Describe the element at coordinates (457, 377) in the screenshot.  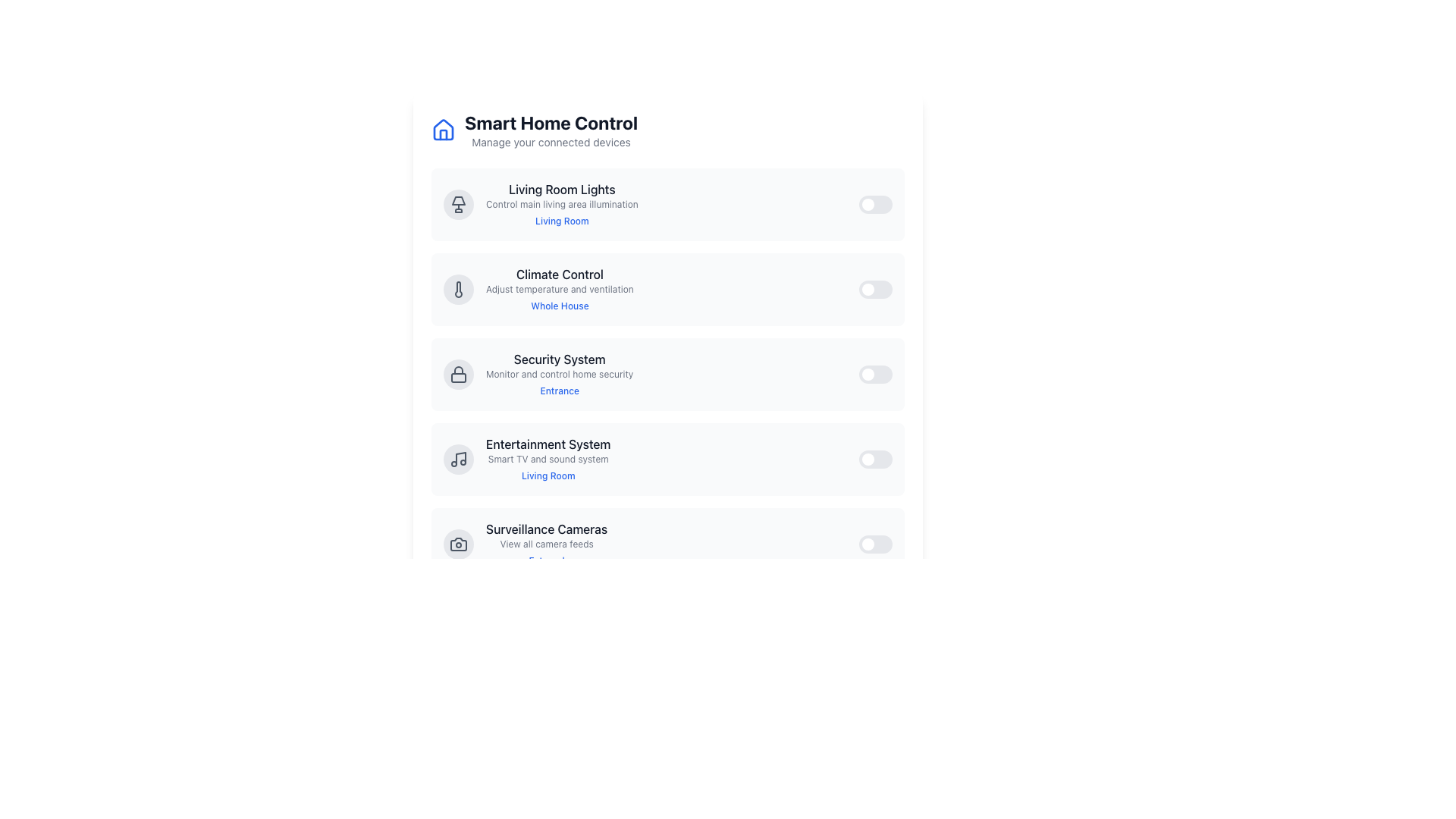
I see `the lower rectangle of the SVG lock icon, which visually represents security or restriction, located to the left of the 'Security System' option in the third row` at that location.